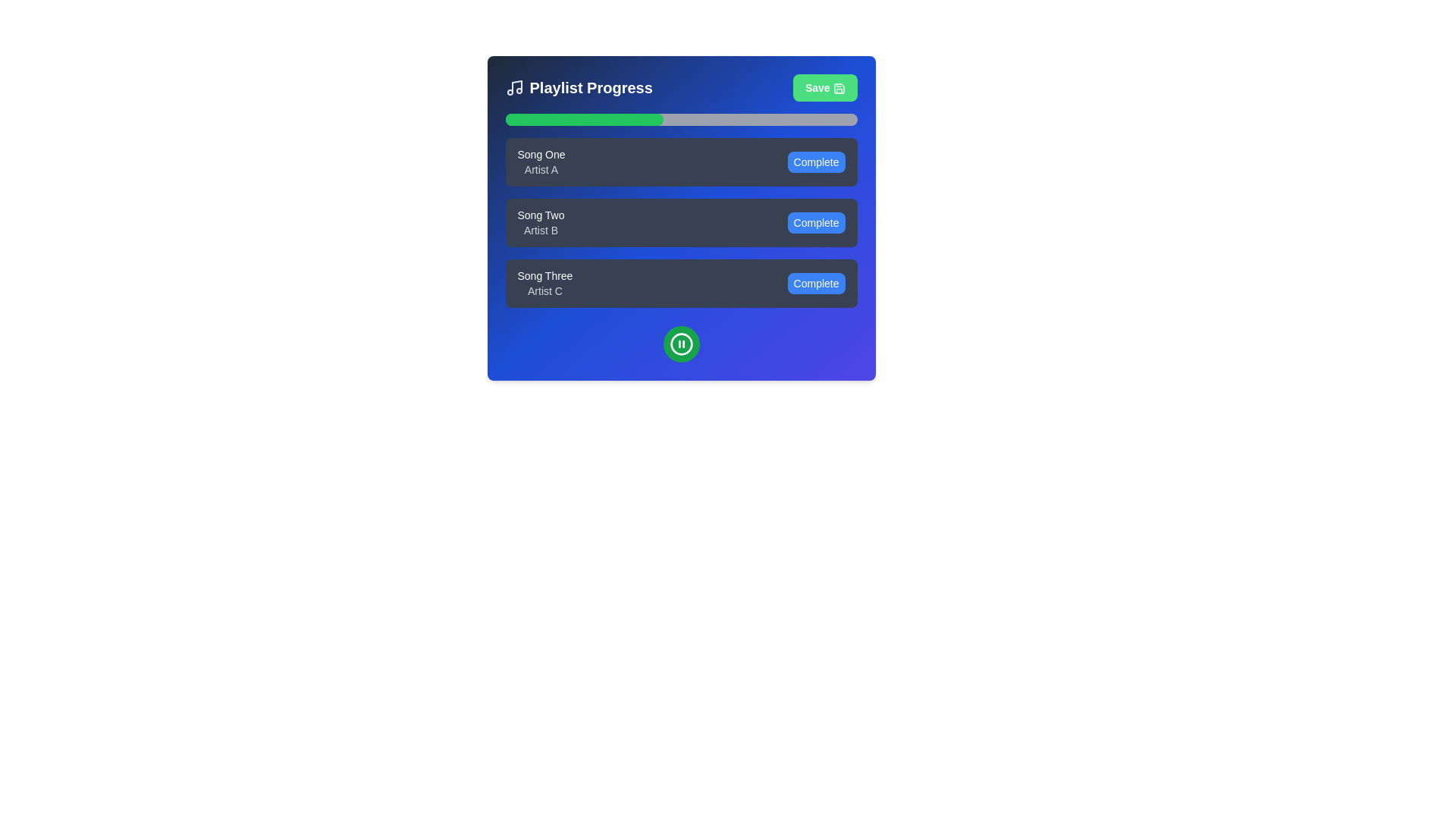 Image resolution: width=1456 pixels, height=819 pixels. I want to click on the static text label displaying the artist name associated with the song 'Song One', positioned below the song title and above a horizontal dividing line, so click(541, 169).